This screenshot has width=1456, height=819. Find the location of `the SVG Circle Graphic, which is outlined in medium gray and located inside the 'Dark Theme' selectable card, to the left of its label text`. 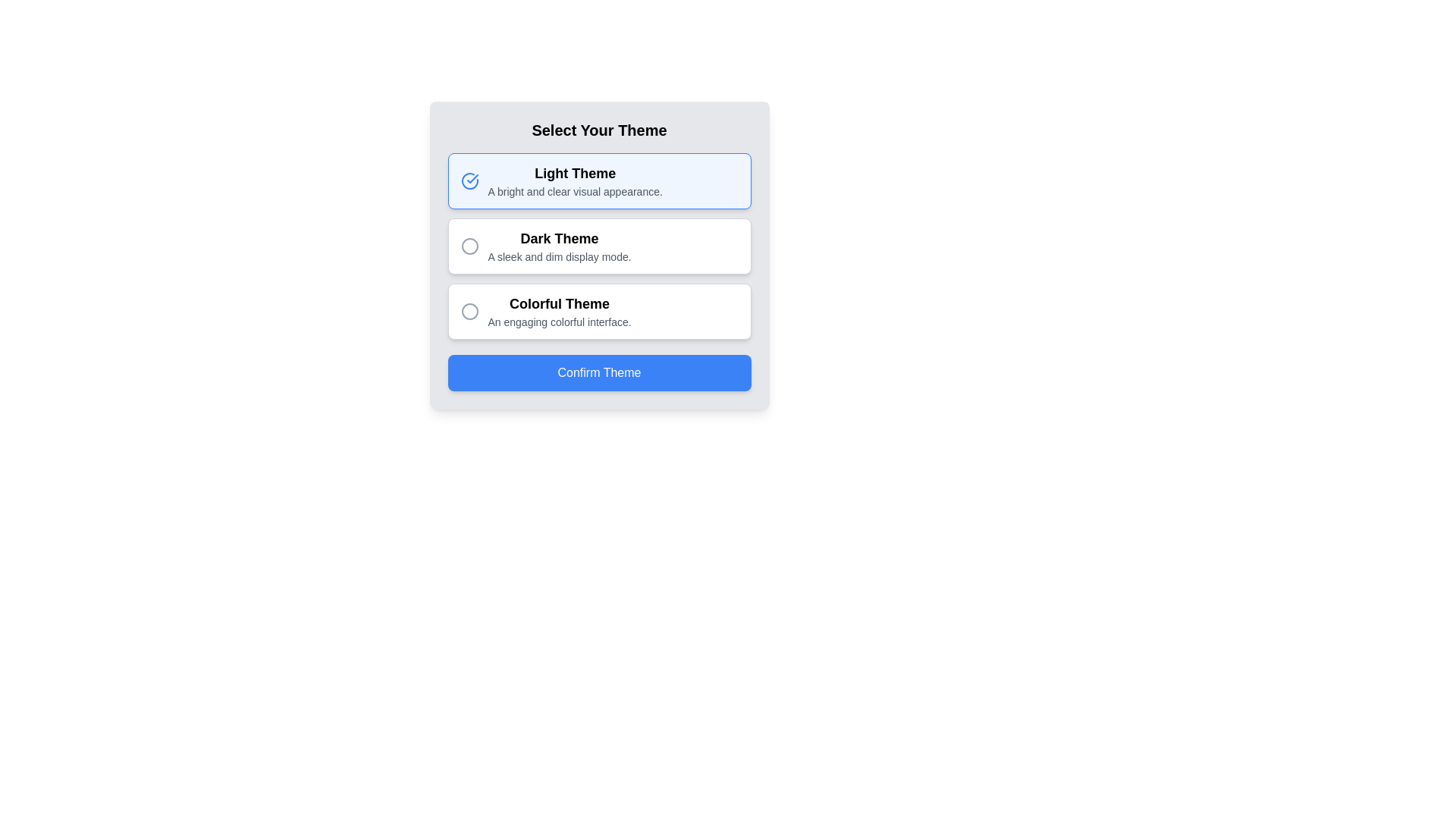

the SVG Circle Graphic, which is outlined in medium gray and located inside the 'Dark Theme' selectable card, to the left of its label text is located at coordinates (469, 245).